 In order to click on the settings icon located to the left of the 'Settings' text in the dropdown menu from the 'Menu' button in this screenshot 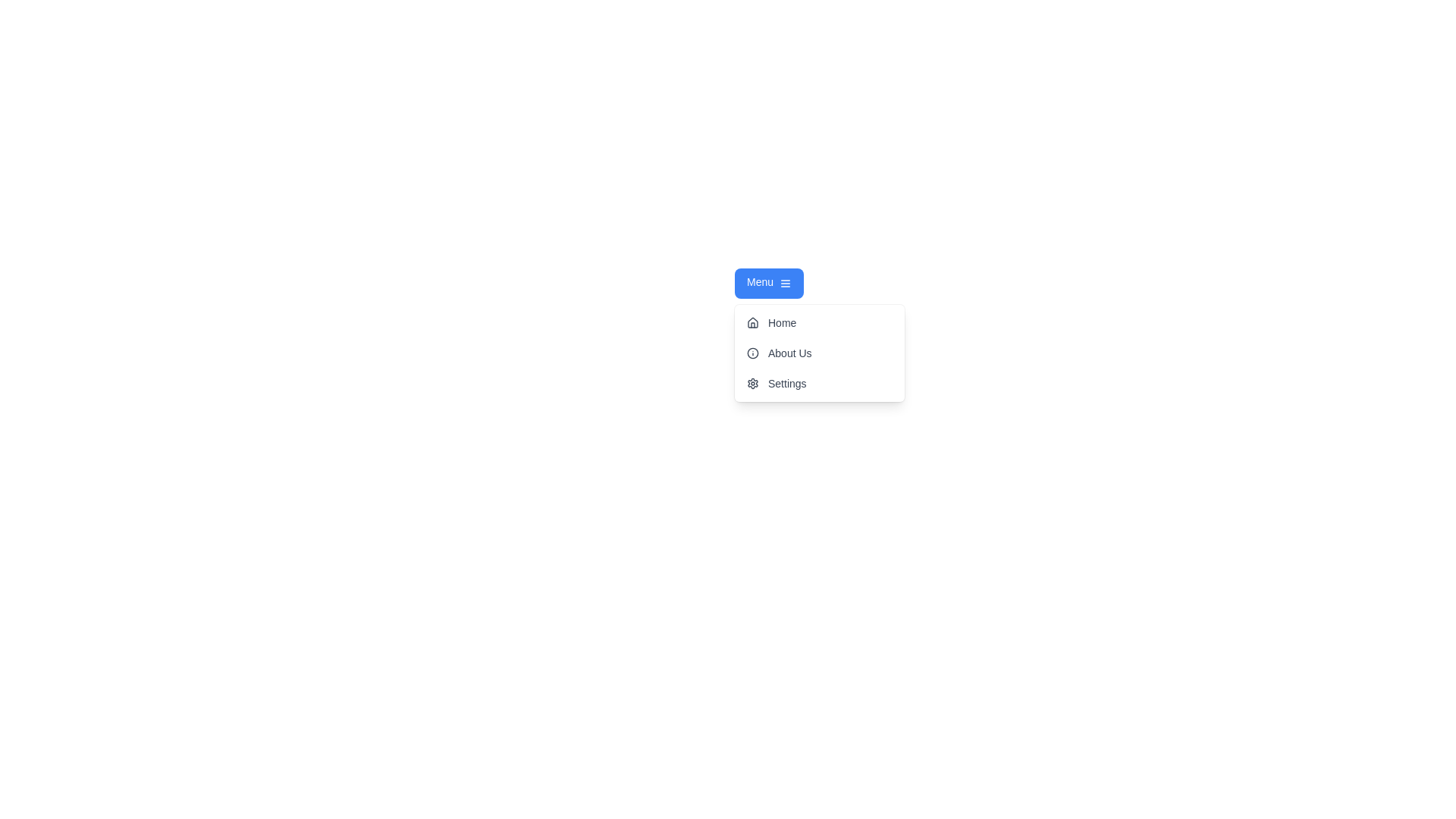, I will do `click(753, 382)`.